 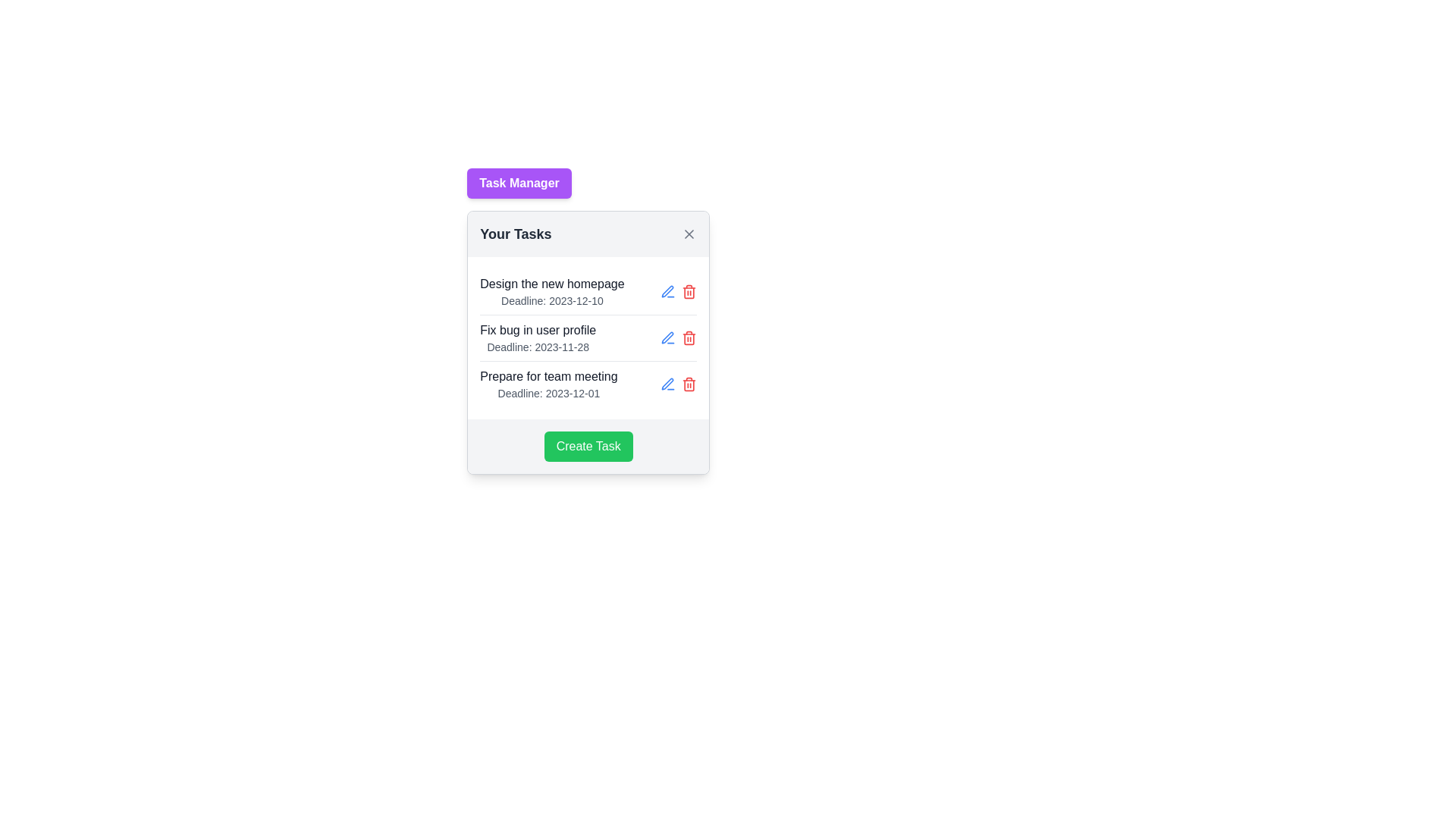 I want to click on the blue pen icon button located on the right side of the task line for 'Fix bug in user profile', so click(x=667, y=383).